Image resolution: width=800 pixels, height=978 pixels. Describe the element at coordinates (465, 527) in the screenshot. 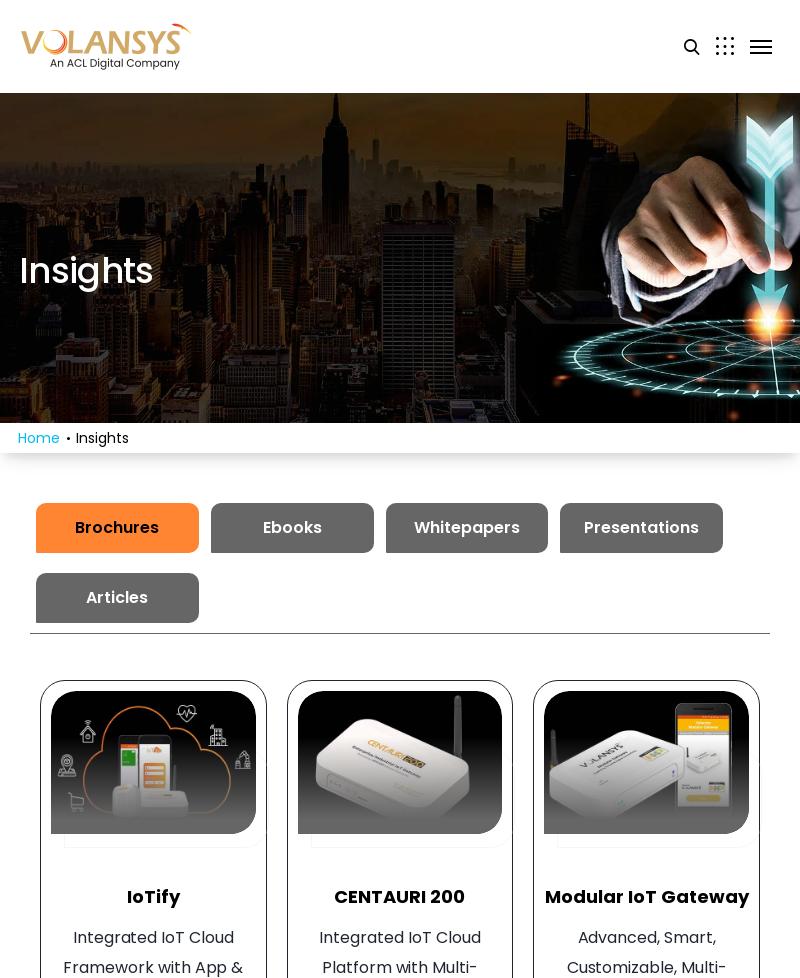

I see `'Whitepapers'` at that location.